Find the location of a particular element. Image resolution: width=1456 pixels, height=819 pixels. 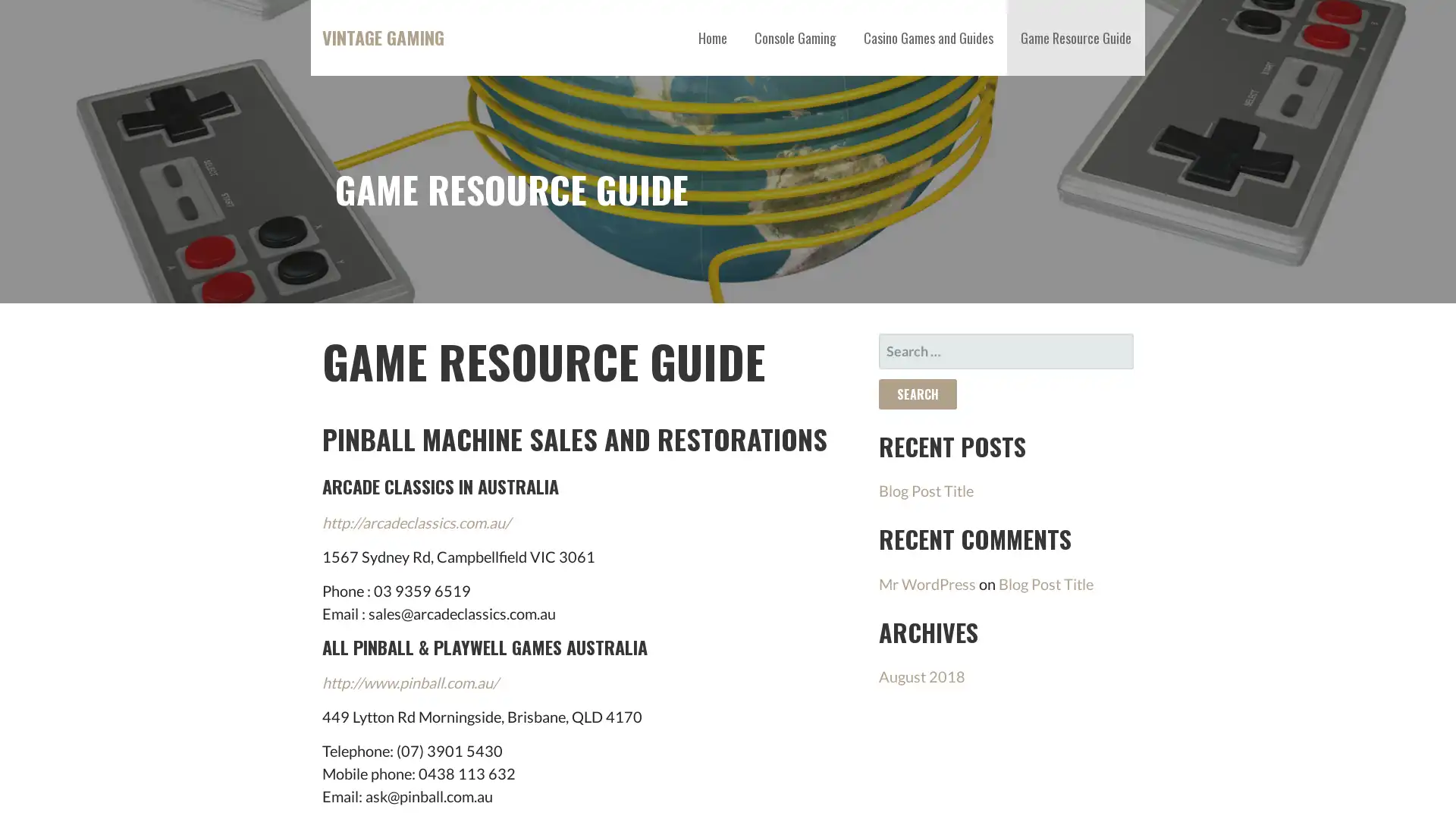

Search is located at coordinates (916, 394).